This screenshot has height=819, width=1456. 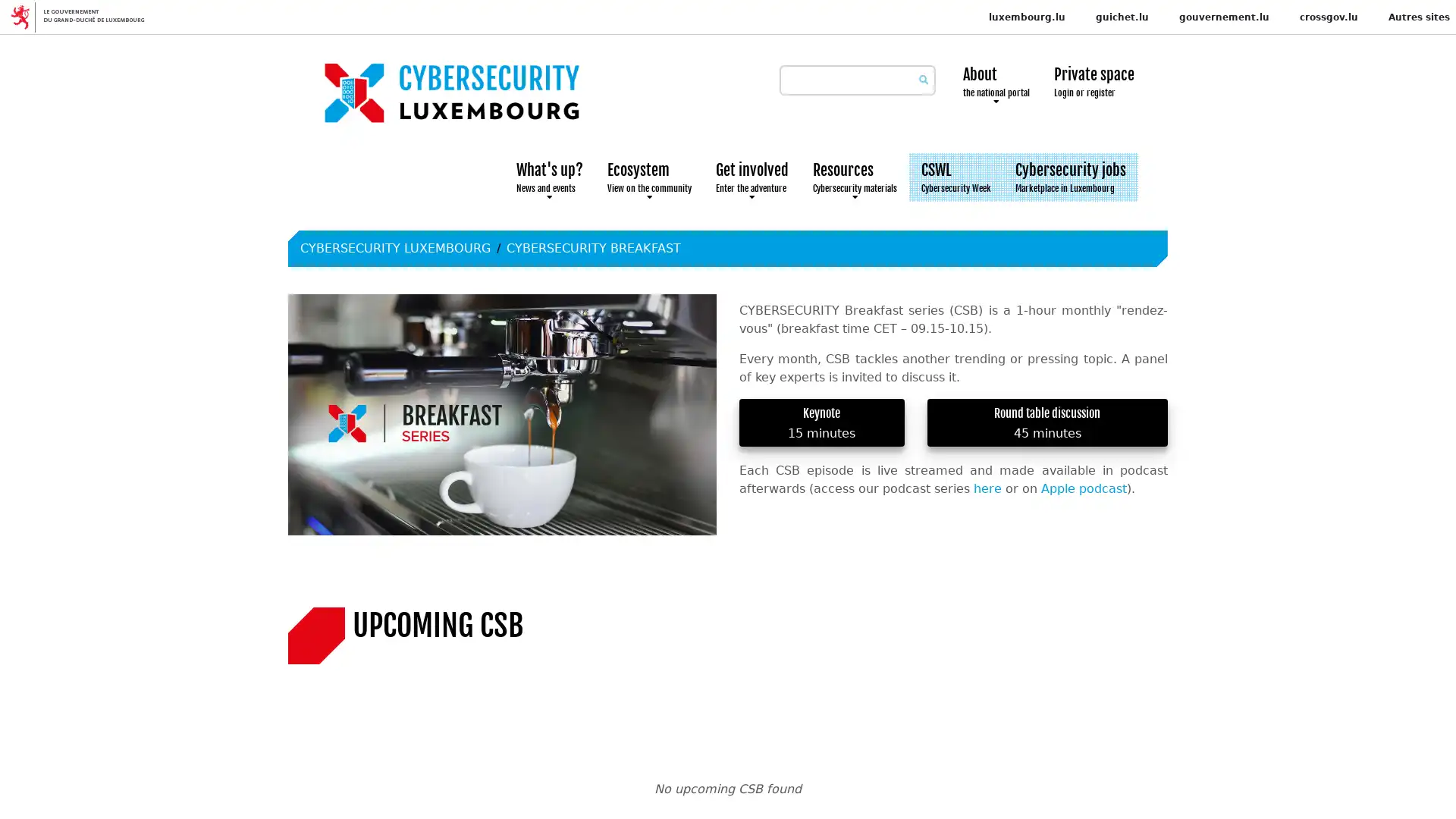 I want to click on Cybersecurity jobs Marketplace in Luxembourg, so click(x=1069, y=177).